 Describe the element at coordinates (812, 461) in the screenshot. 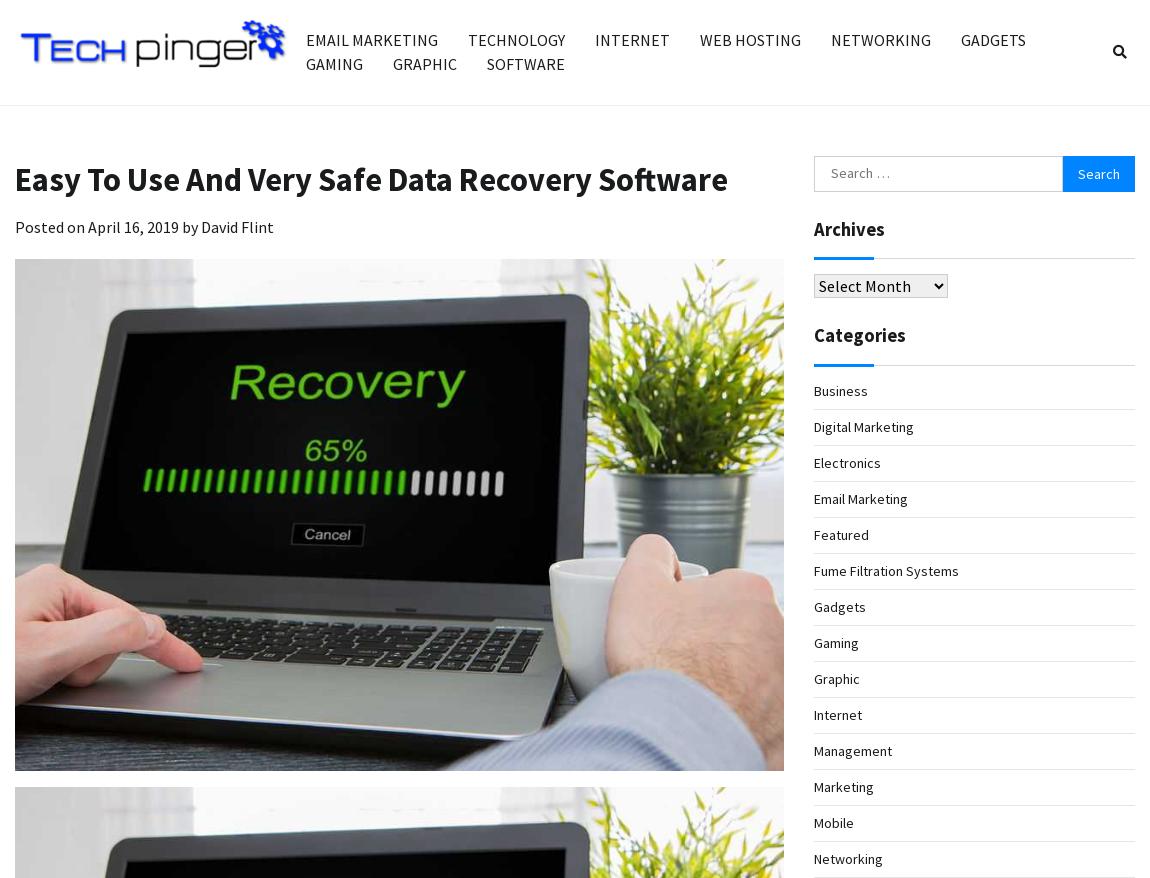

I see `'Electronics'` at that location.